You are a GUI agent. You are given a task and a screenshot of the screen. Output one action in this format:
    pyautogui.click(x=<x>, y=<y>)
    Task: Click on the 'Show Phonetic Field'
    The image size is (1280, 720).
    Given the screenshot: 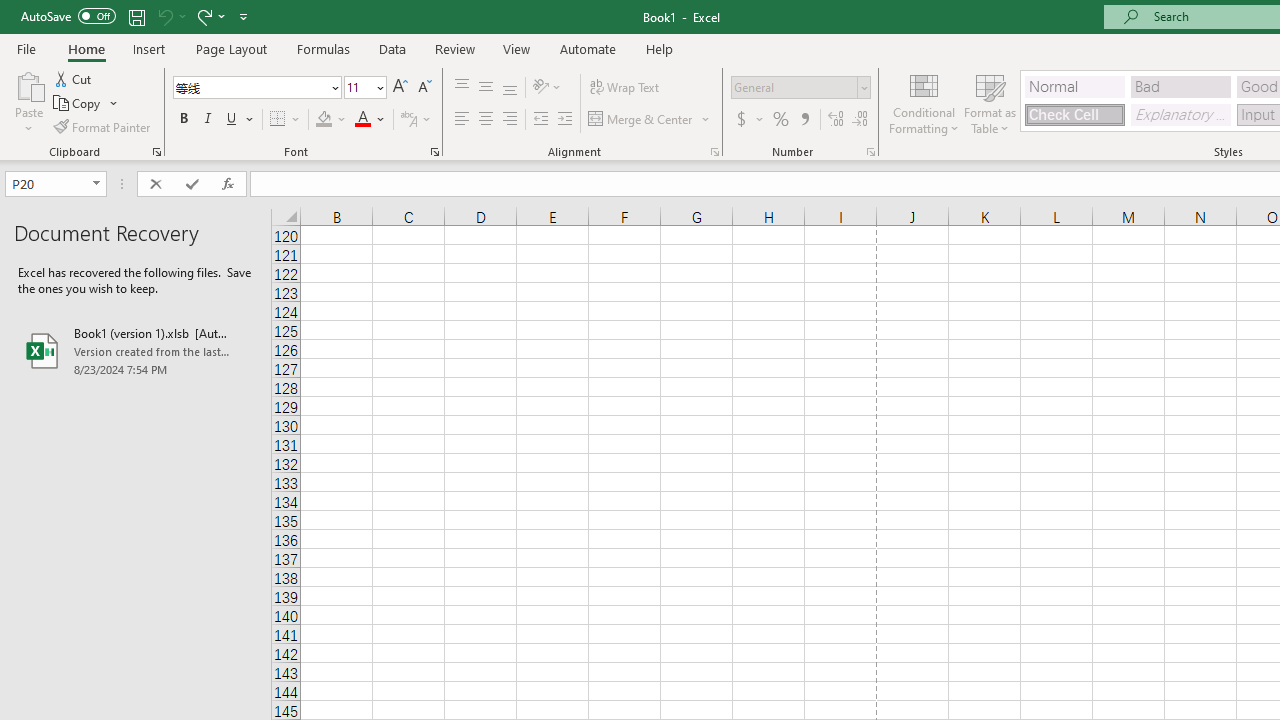 What is the action you would take?
    pyautogui.click(x=407, y=119)
    